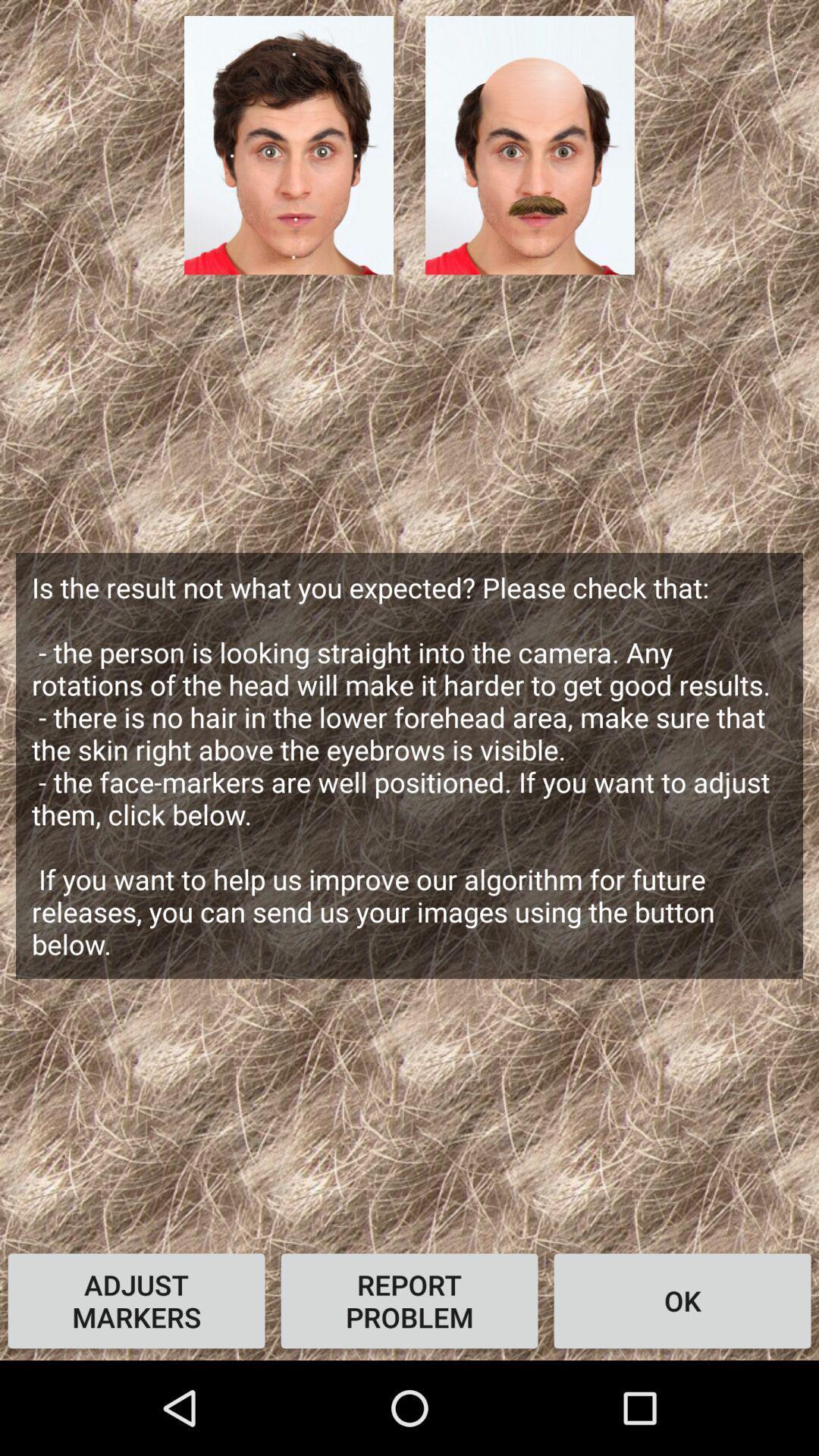 Image resolution: width=819 pixels, height=1456 pixels. I want to click on icon below the is the result, so click(136, 1300).